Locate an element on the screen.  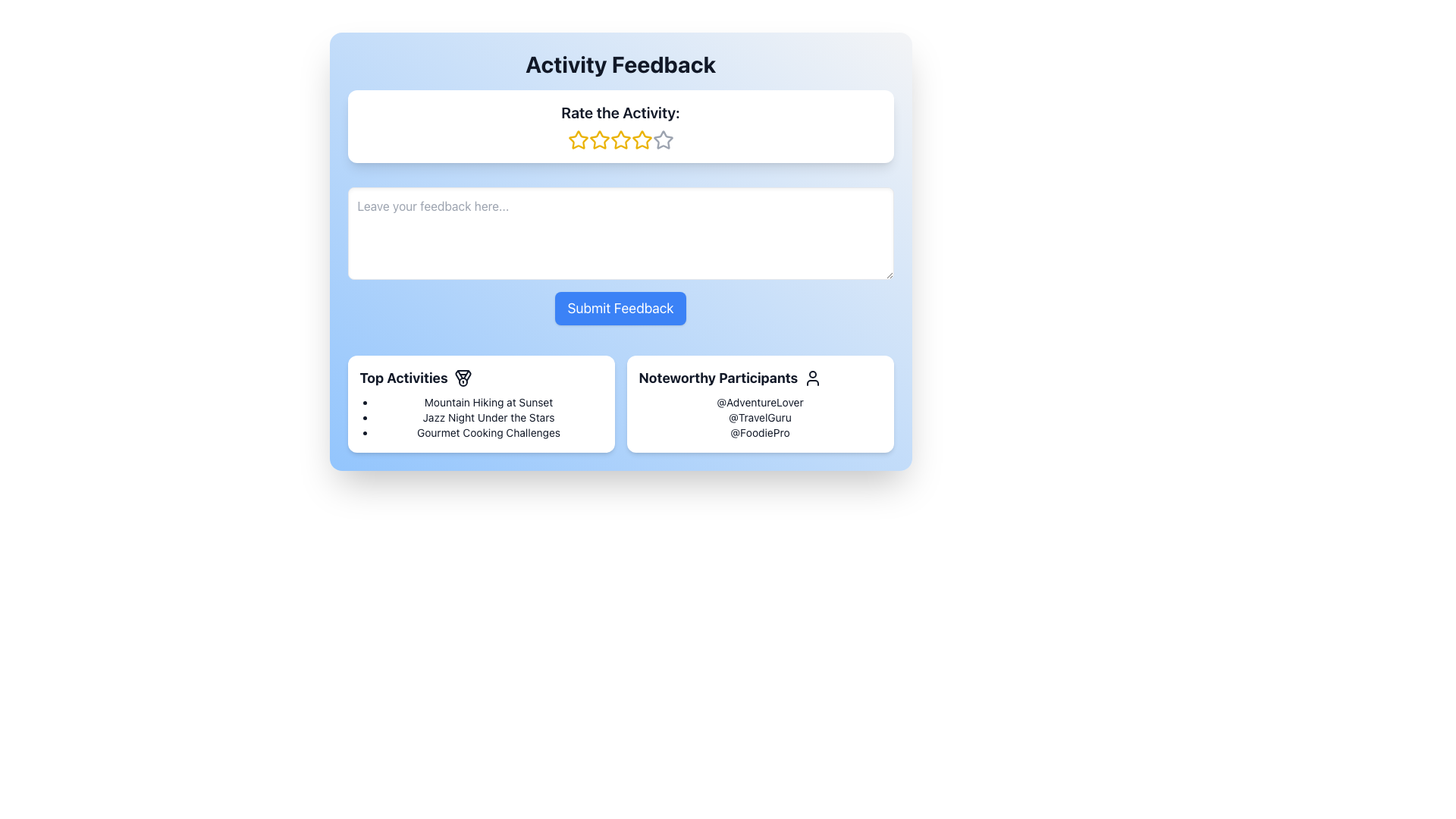
the fourth rating star icon in the 5-star rating system is located at coordinates (642, 140).